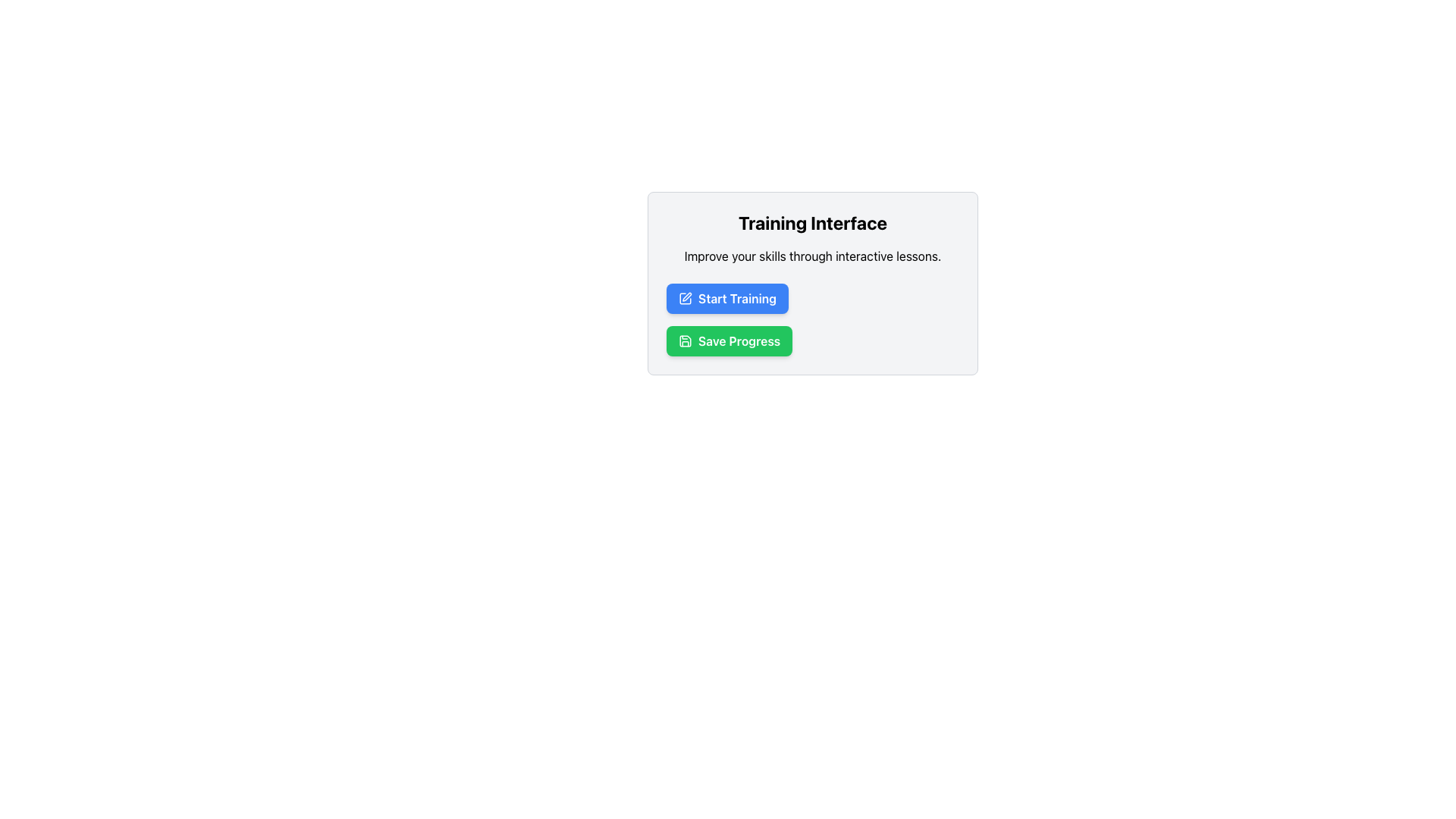  Describe the element at coordinates (684, 341) in the screenshot. I see `the Save Progress icon, which is located on the left side of the Save Progress button` at that location.